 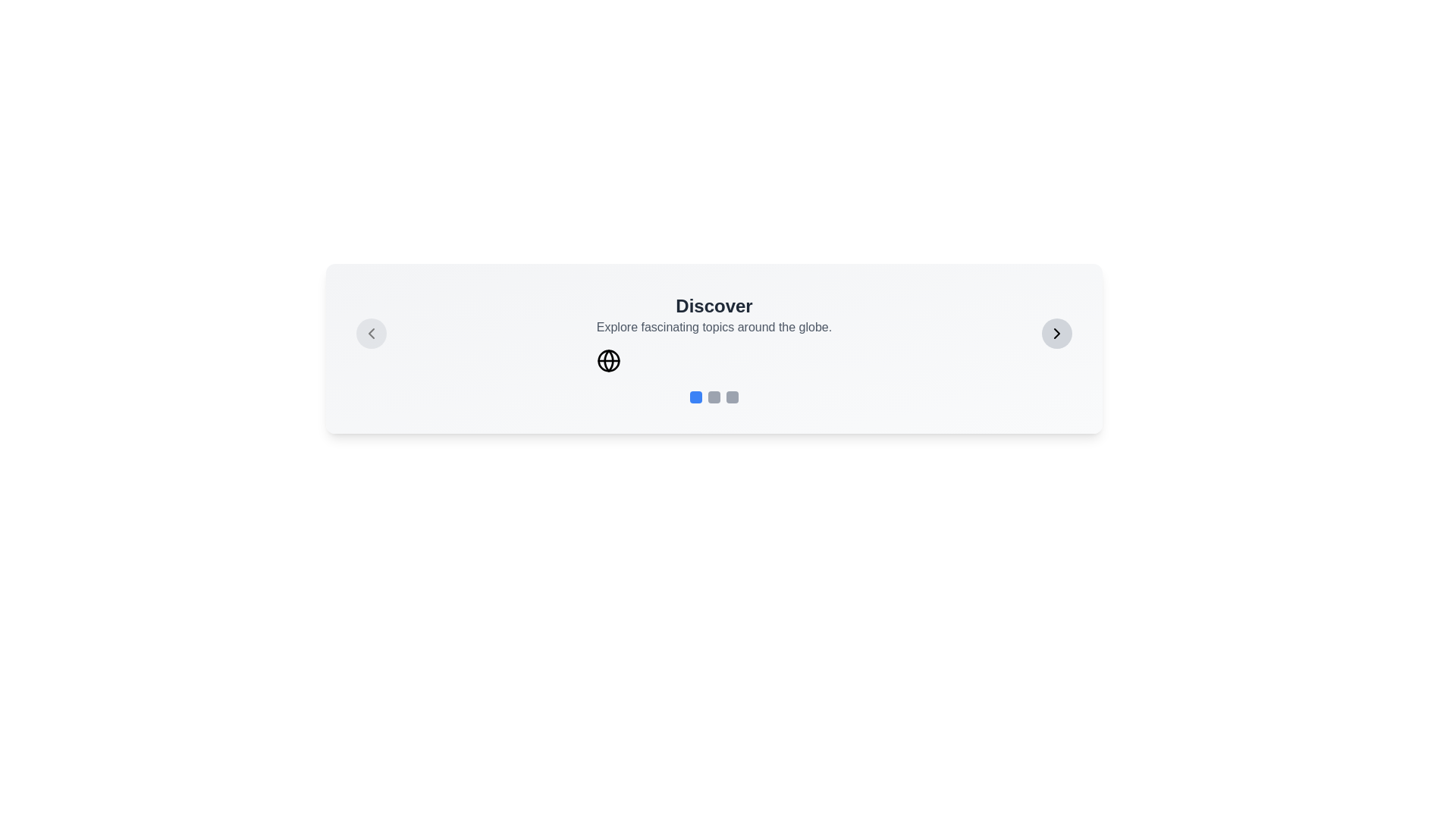 I want to click on the navigation button with a right-pointing arrow icon located at the far right of the interface, so click(x=1056, y=332).